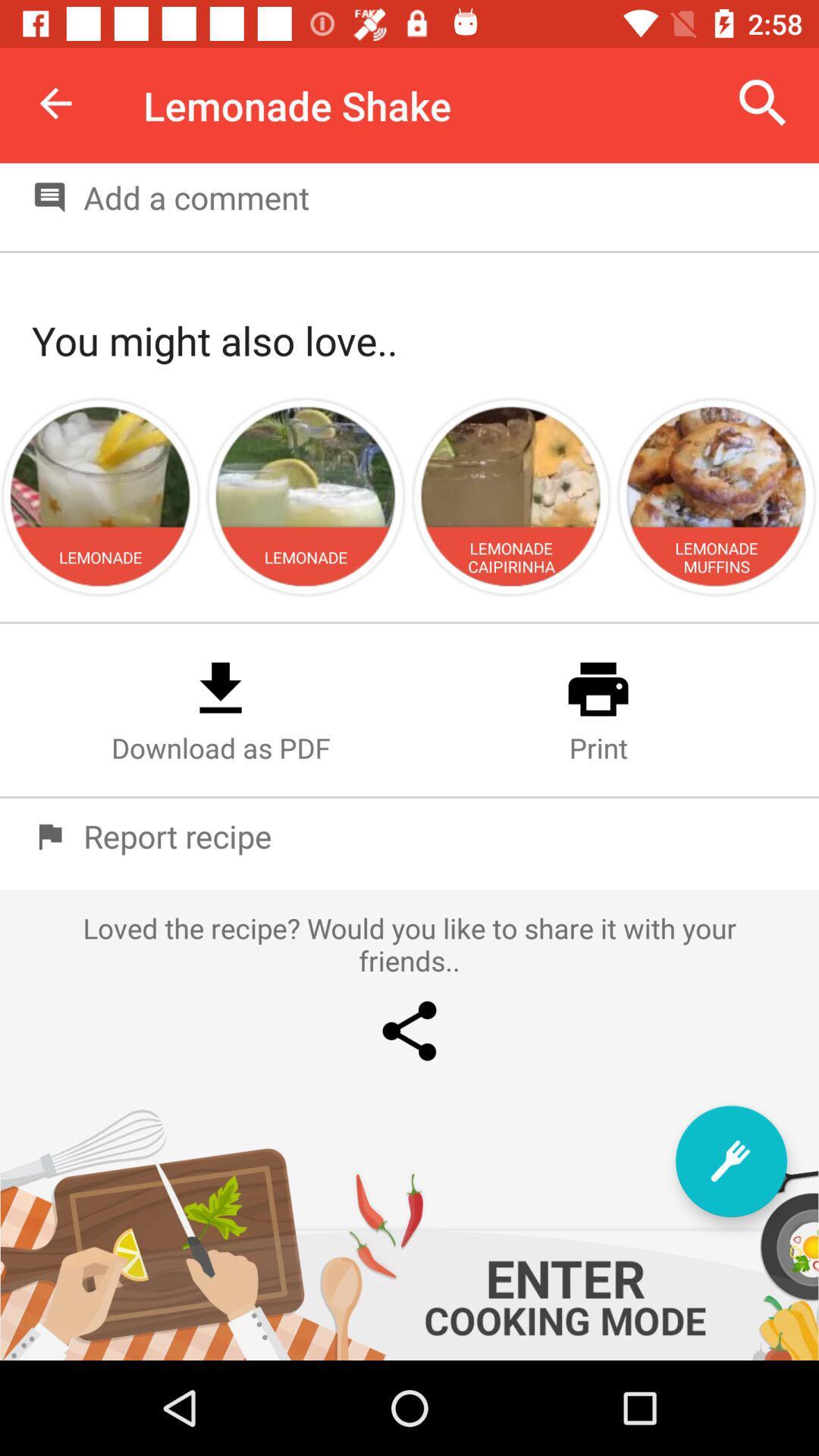 This screenshot has height=1456, width=819. What do you see at coordinates (763, 102) in the screenshot?
I see `the icon above the add a comment icon` at bounding box center [763, 102].